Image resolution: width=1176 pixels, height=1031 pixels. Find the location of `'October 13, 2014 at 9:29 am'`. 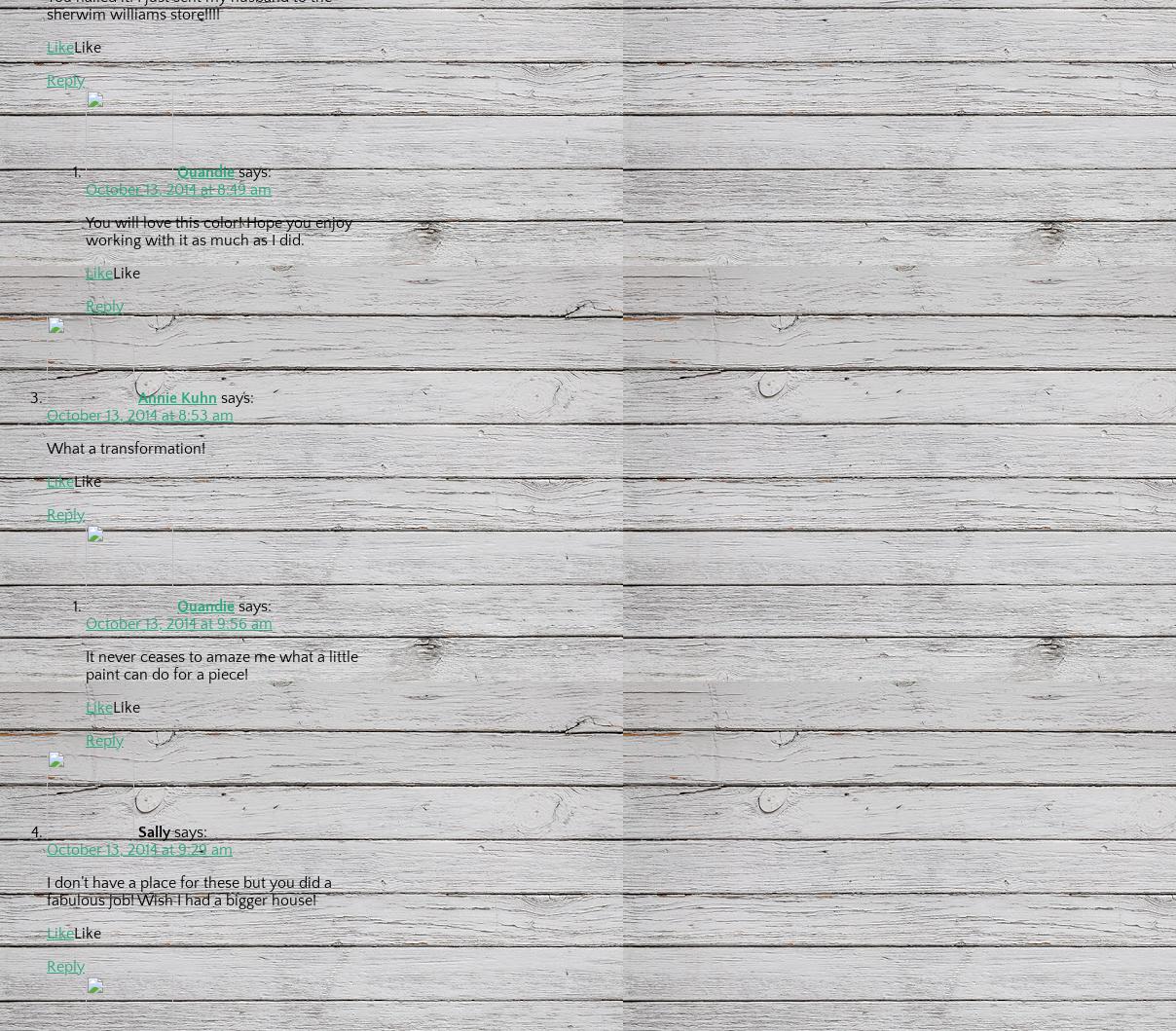

'October 13, 2014 at 9:29 am' is located at coordinates (138, 848).